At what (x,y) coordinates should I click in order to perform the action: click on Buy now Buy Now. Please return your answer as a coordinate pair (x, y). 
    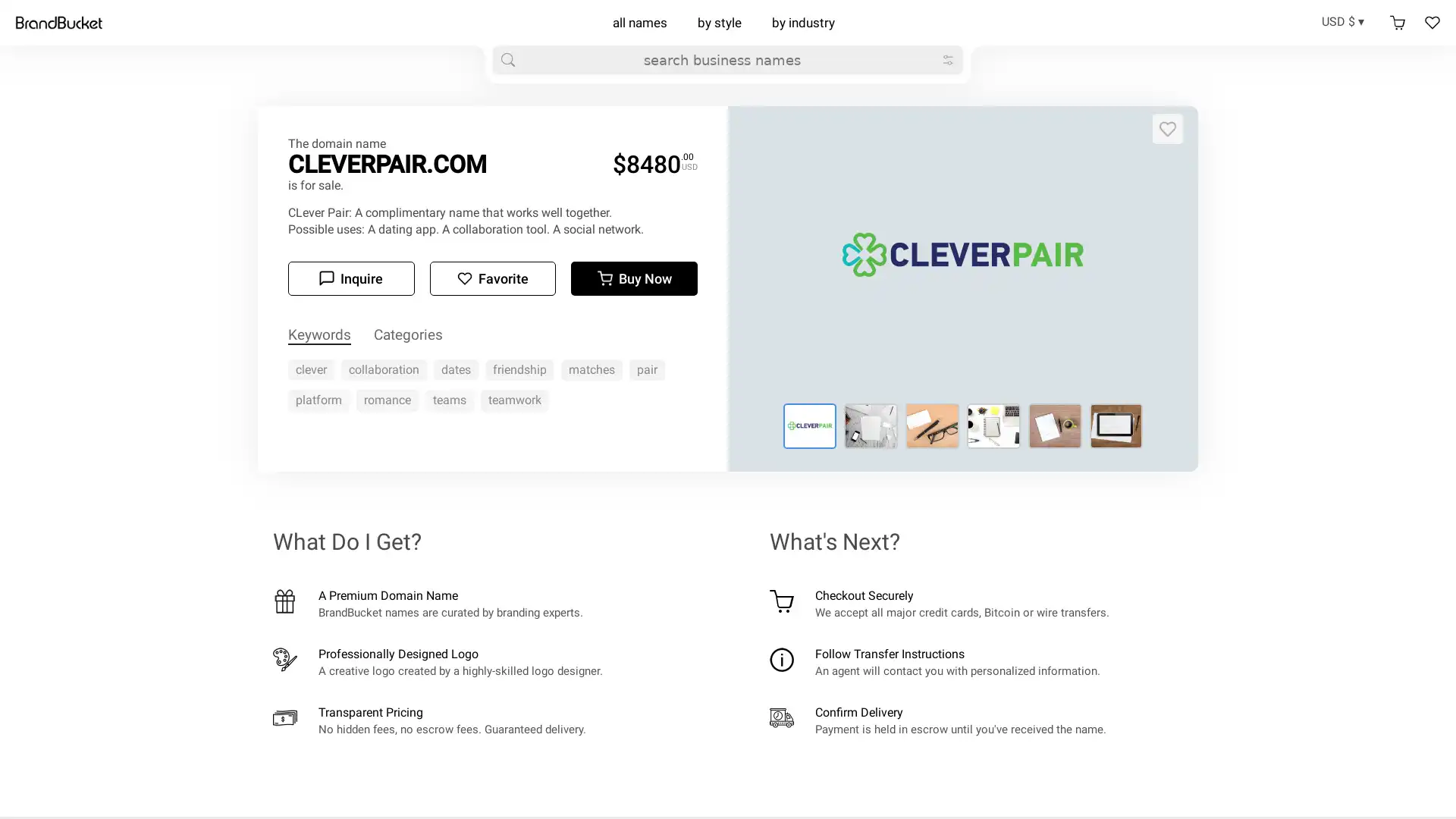
    Looking at the image, I should click on (634, 278).